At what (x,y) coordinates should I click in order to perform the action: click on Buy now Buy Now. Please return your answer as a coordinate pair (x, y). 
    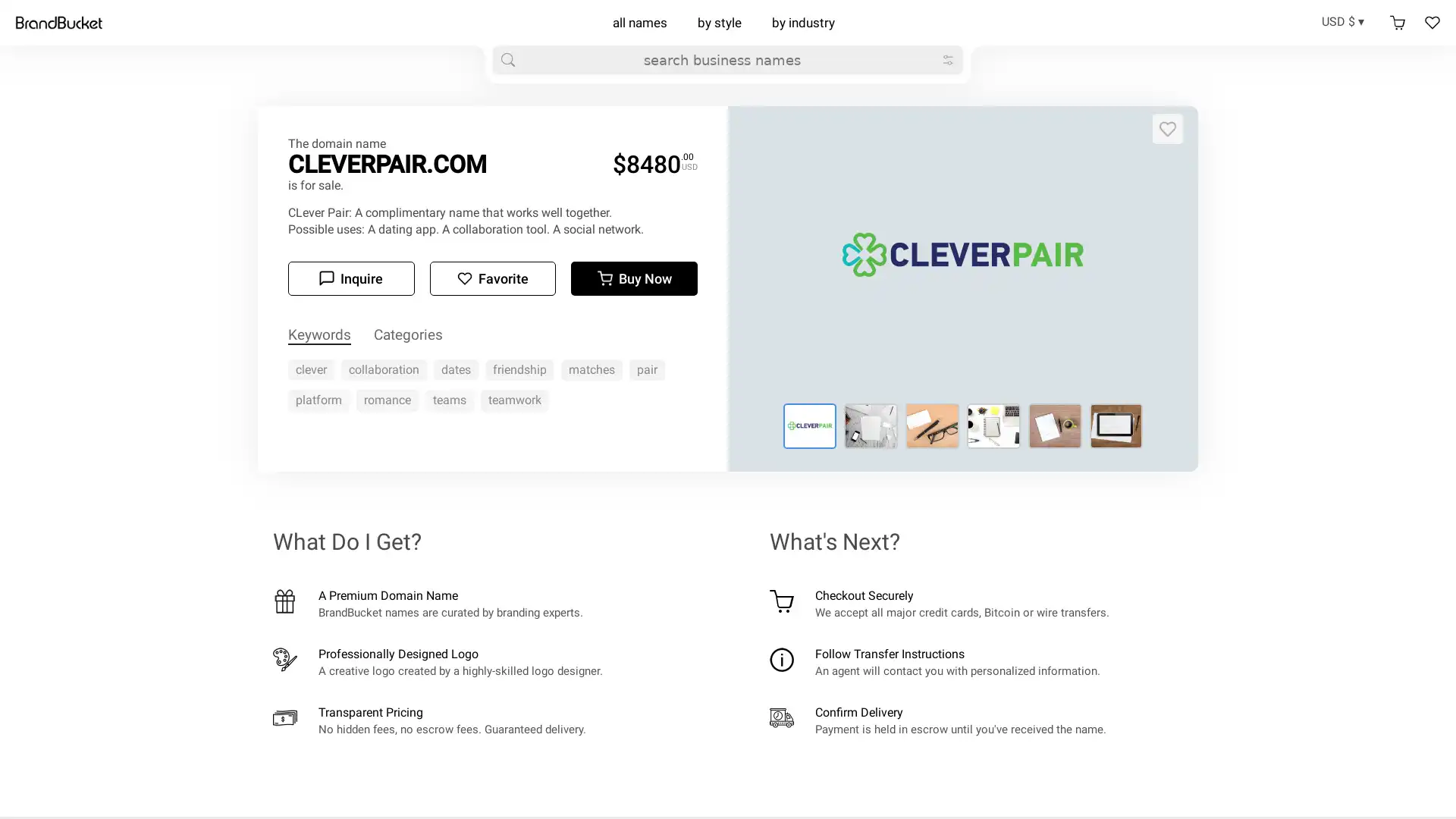
    Looking at the image, I should click on (634, 278).